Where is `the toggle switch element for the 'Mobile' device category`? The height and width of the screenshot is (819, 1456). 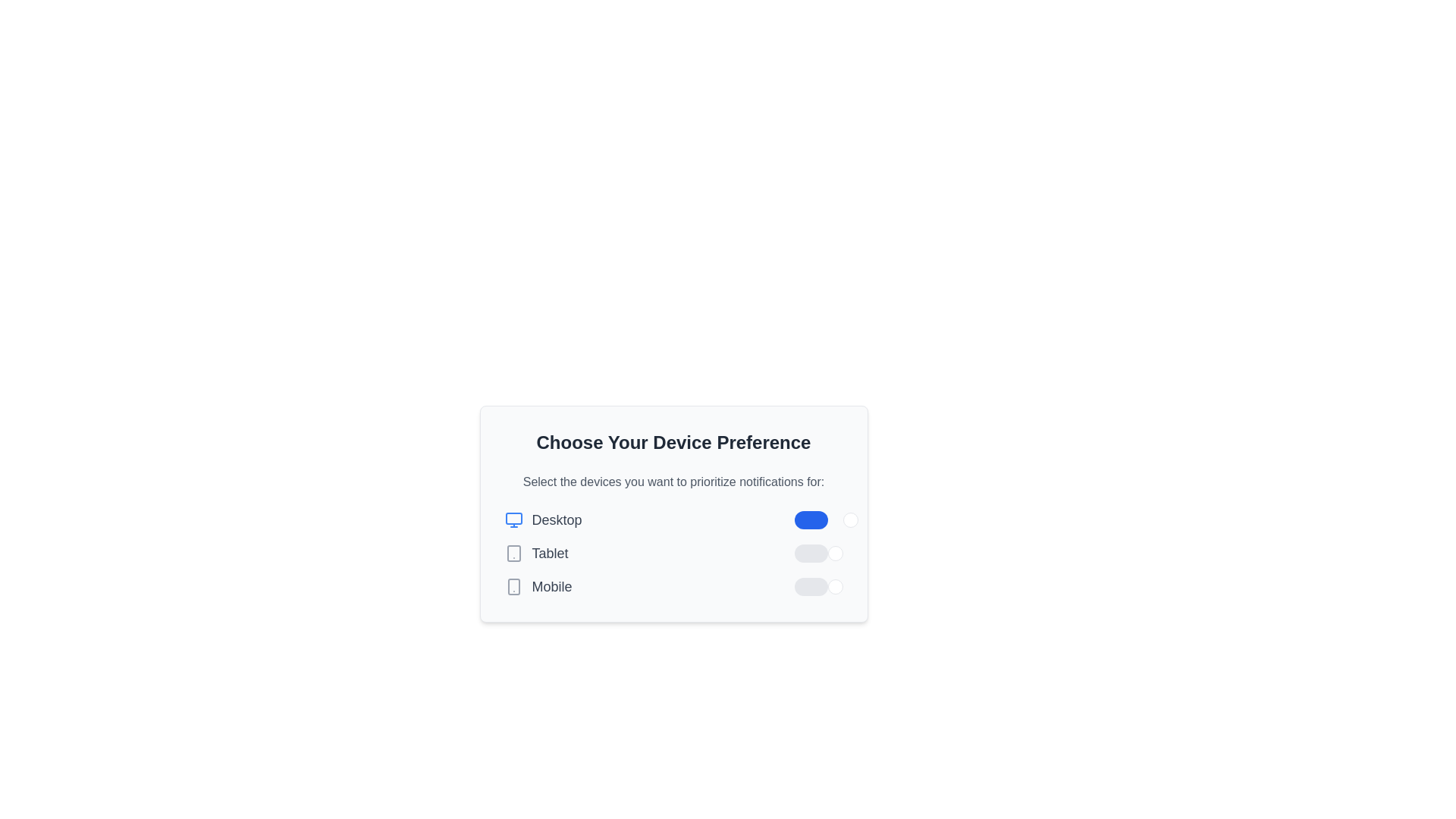
the toggle switch element for the 'Mobile' device category is located at coordinates (673, 586).